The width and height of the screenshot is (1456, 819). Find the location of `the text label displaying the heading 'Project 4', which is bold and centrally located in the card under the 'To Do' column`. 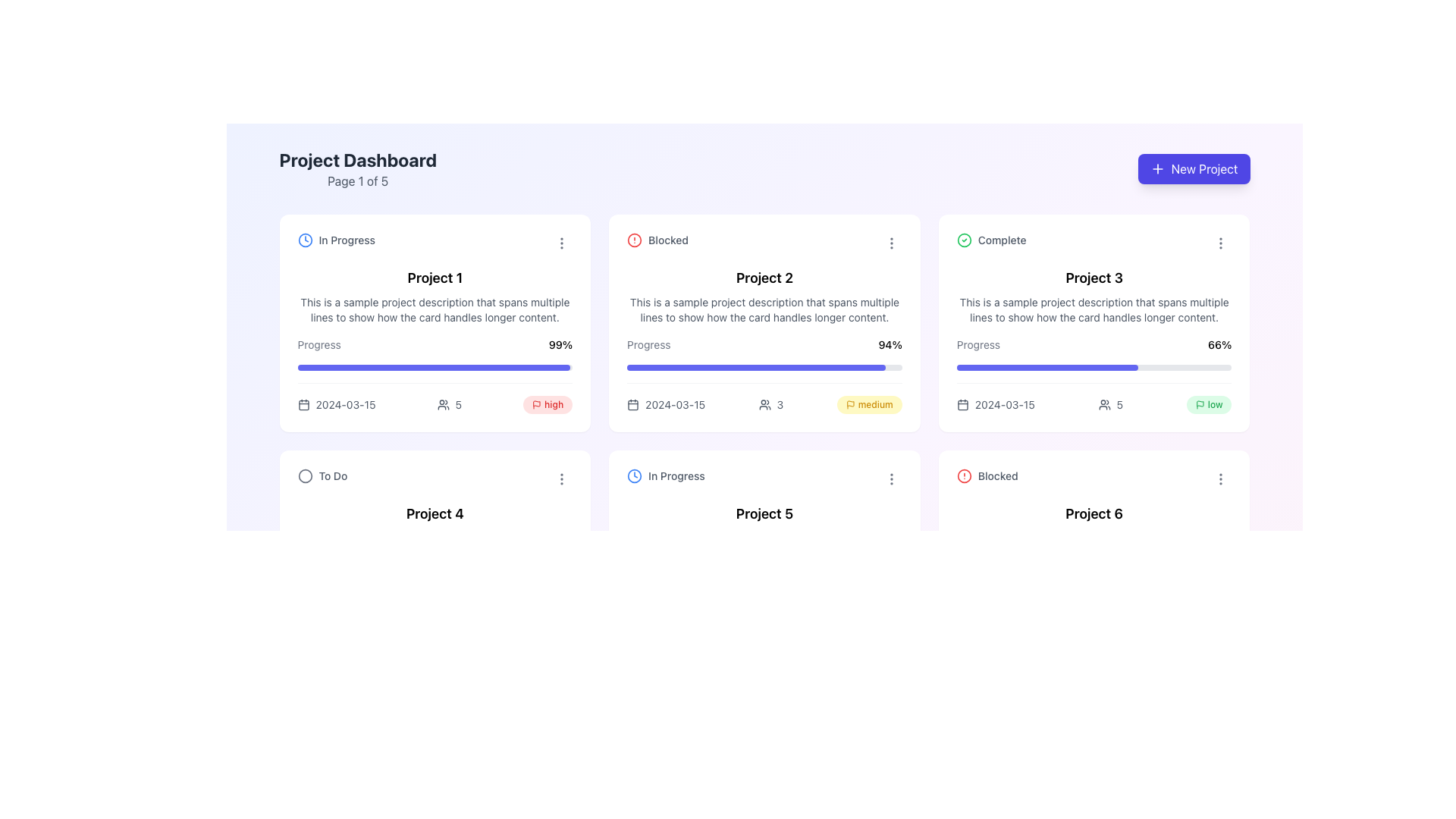

the text label displaying the heading 'Project 4', which is bold and centrally located in the card under the 'To Do' column is located at coordinates (434, 513).